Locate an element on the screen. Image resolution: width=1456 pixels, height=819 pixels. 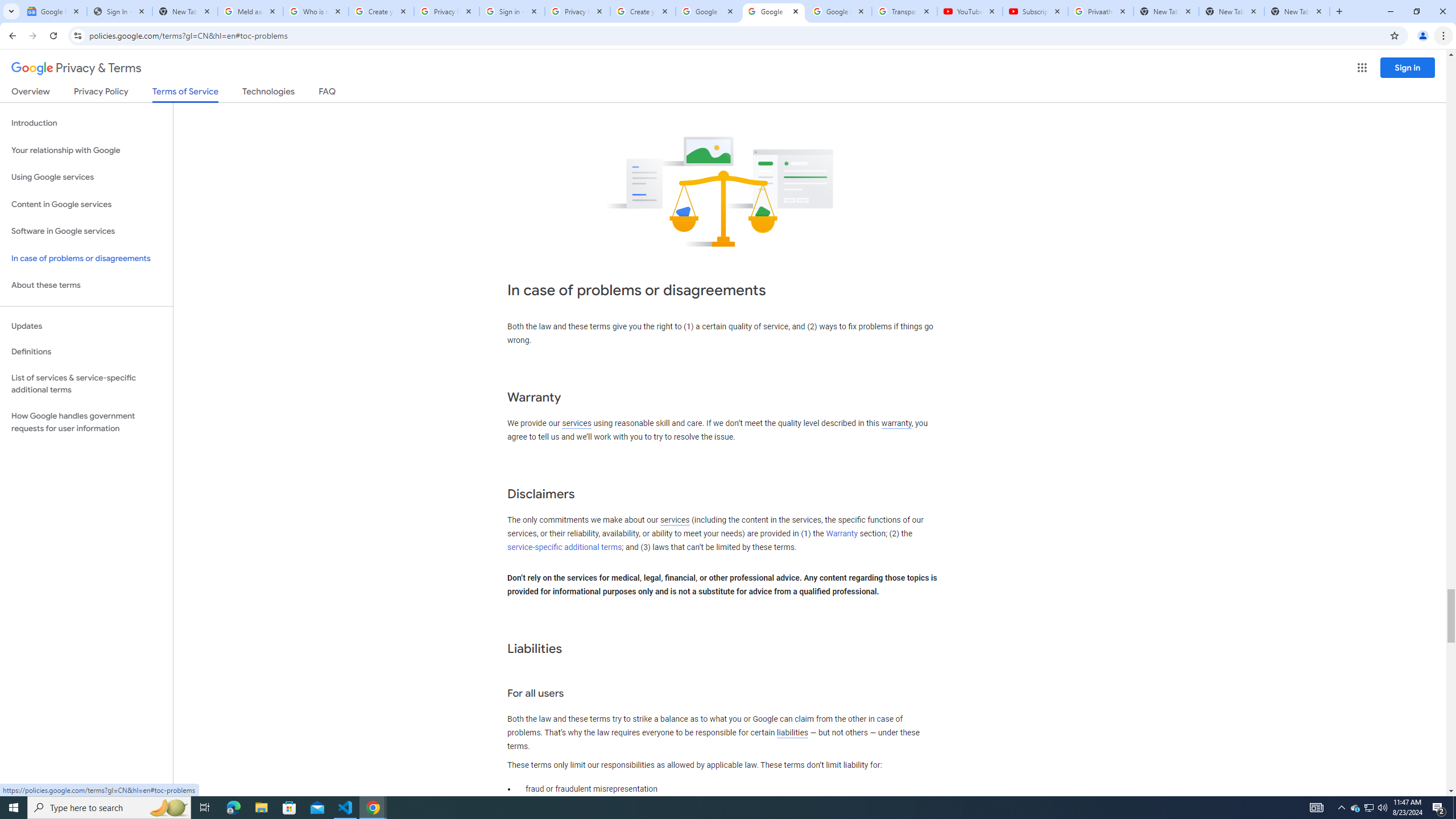
'New Tab' is located at coordinates (1296, 11).